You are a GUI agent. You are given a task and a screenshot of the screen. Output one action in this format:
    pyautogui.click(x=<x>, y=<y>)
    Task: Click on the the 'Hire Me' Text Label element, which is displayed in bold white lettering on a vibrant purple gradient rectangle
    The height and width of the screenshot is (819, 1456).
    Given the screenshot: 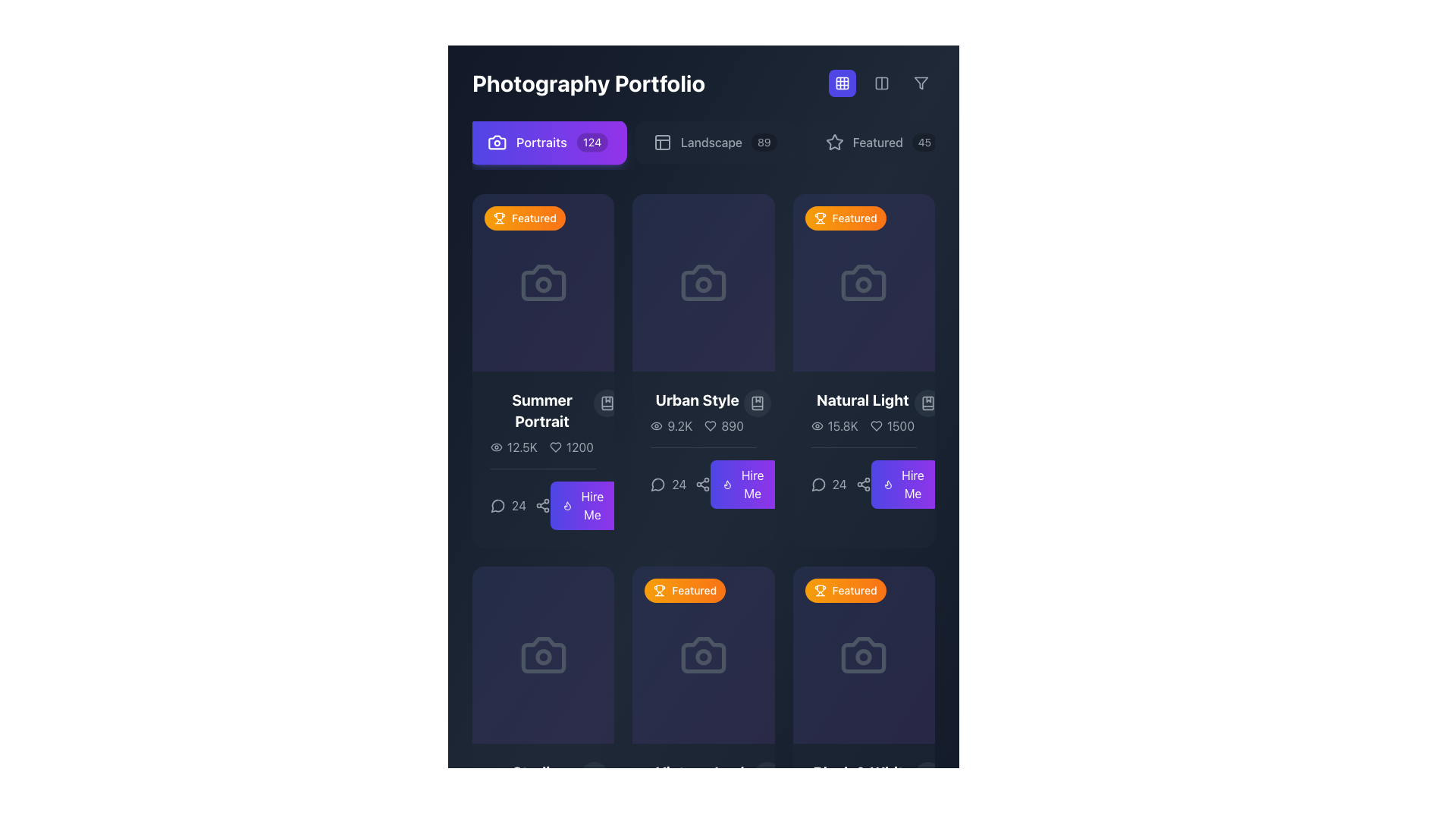 What is the action you would take?
    pyautogui.click(x=752, y=485)
    